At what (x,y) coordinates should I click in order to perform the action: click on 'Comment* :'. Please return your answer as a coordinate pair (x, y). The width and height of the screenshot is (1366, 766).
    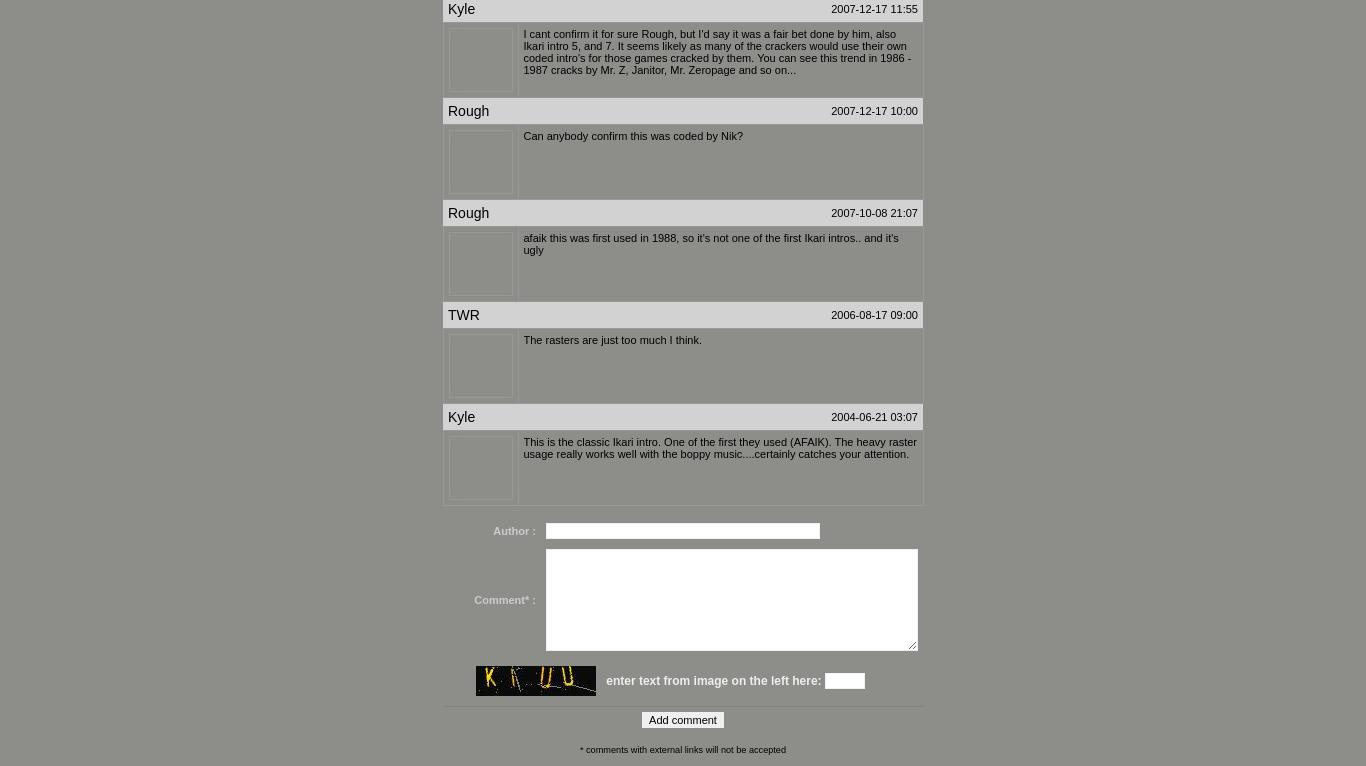
    Looking at the image, I should click on (474, 600).